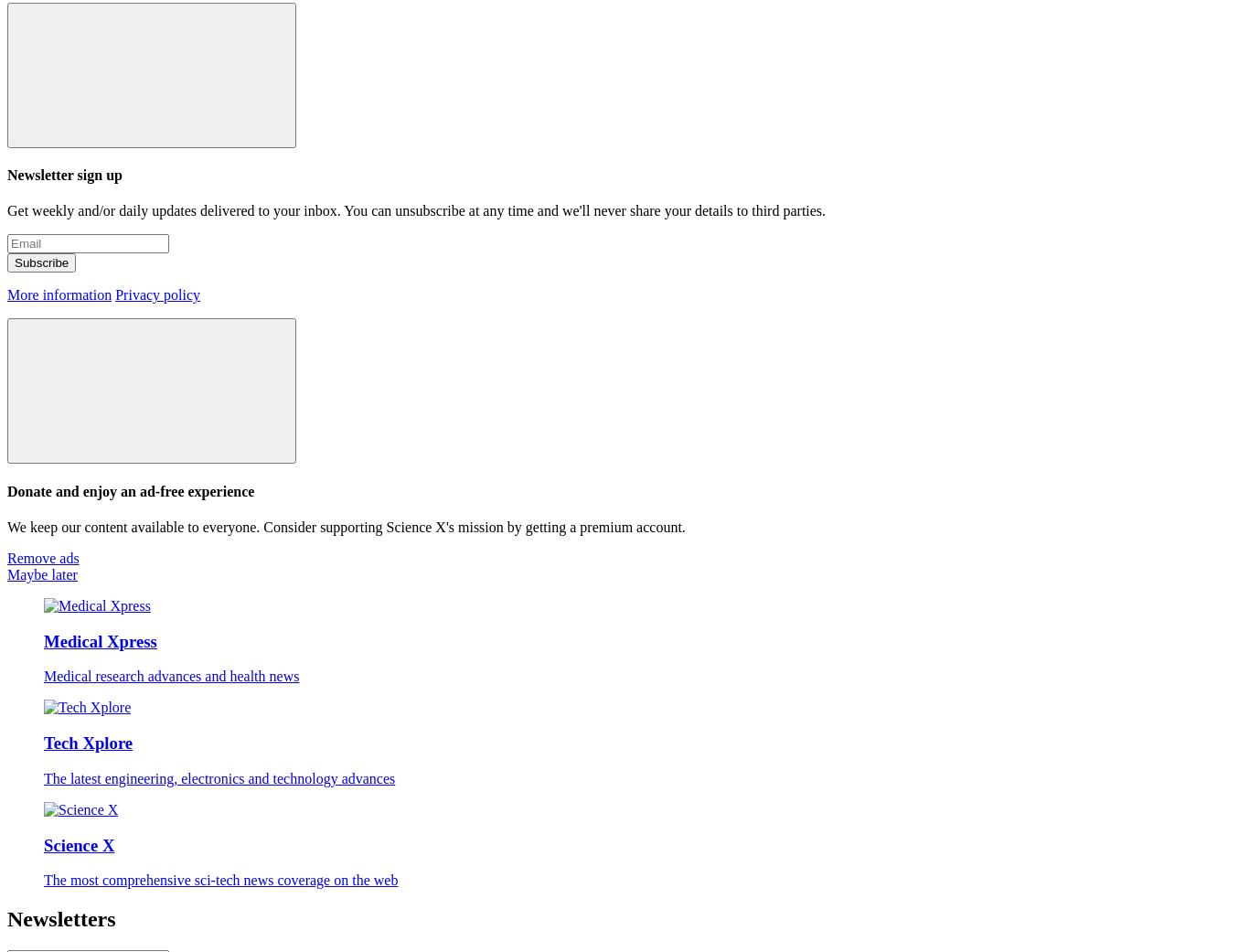 This screenshot has height=952, width=1249. What do you see at coordinates (345, 526) in the screenshot?
I see `'We keep our content available to everyone.
                    Consider supporting Science X's mission by getting a premium account.'` at bounding box center [345, 526].